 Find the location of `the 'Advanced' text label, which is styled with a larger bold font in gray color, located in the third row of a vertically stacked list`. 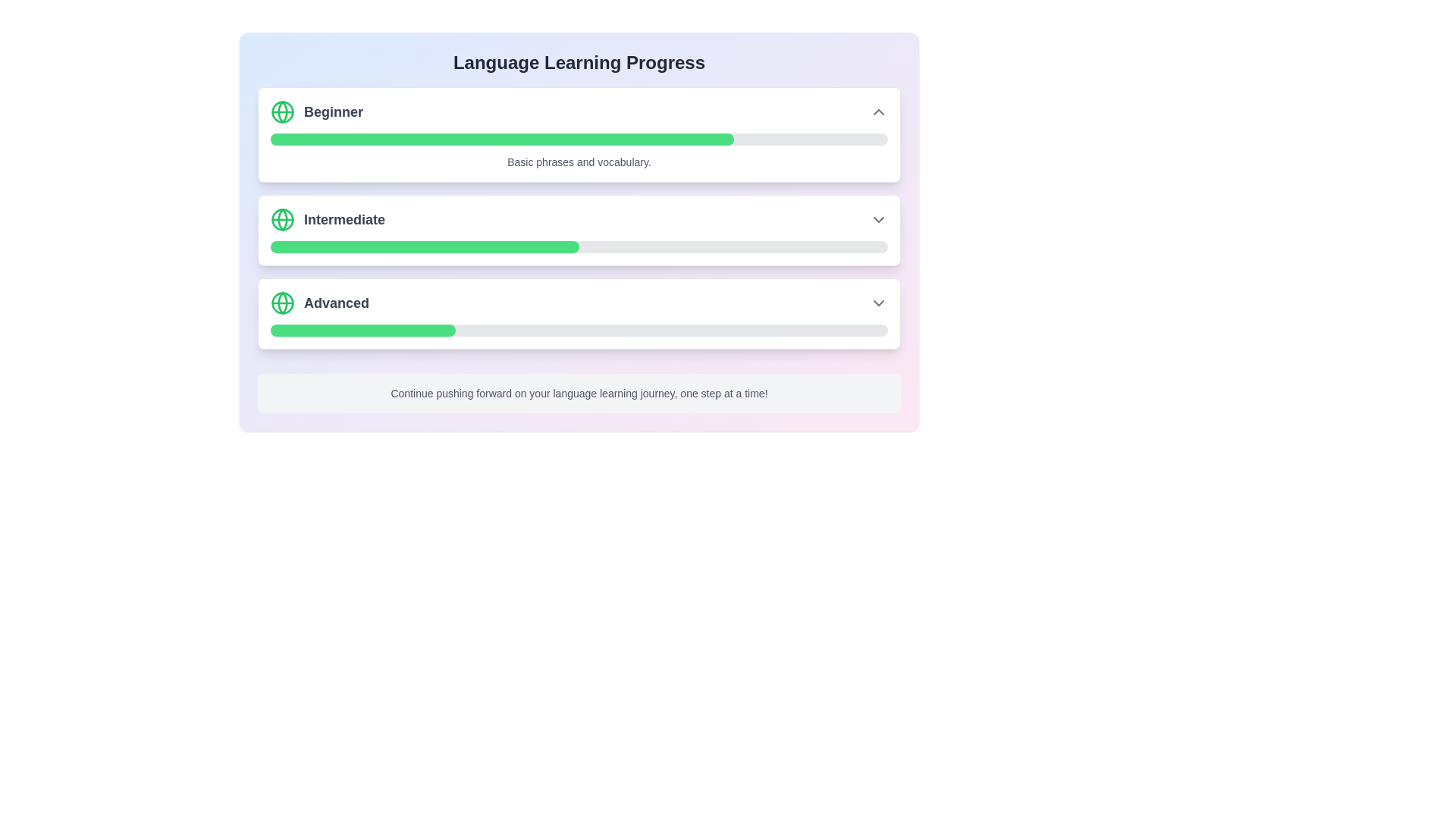

the 'Advanced' text label, which is styled with a larger bold font in gray color, located in the third row of a vertically stacked list is located at coordinates (336, 303).